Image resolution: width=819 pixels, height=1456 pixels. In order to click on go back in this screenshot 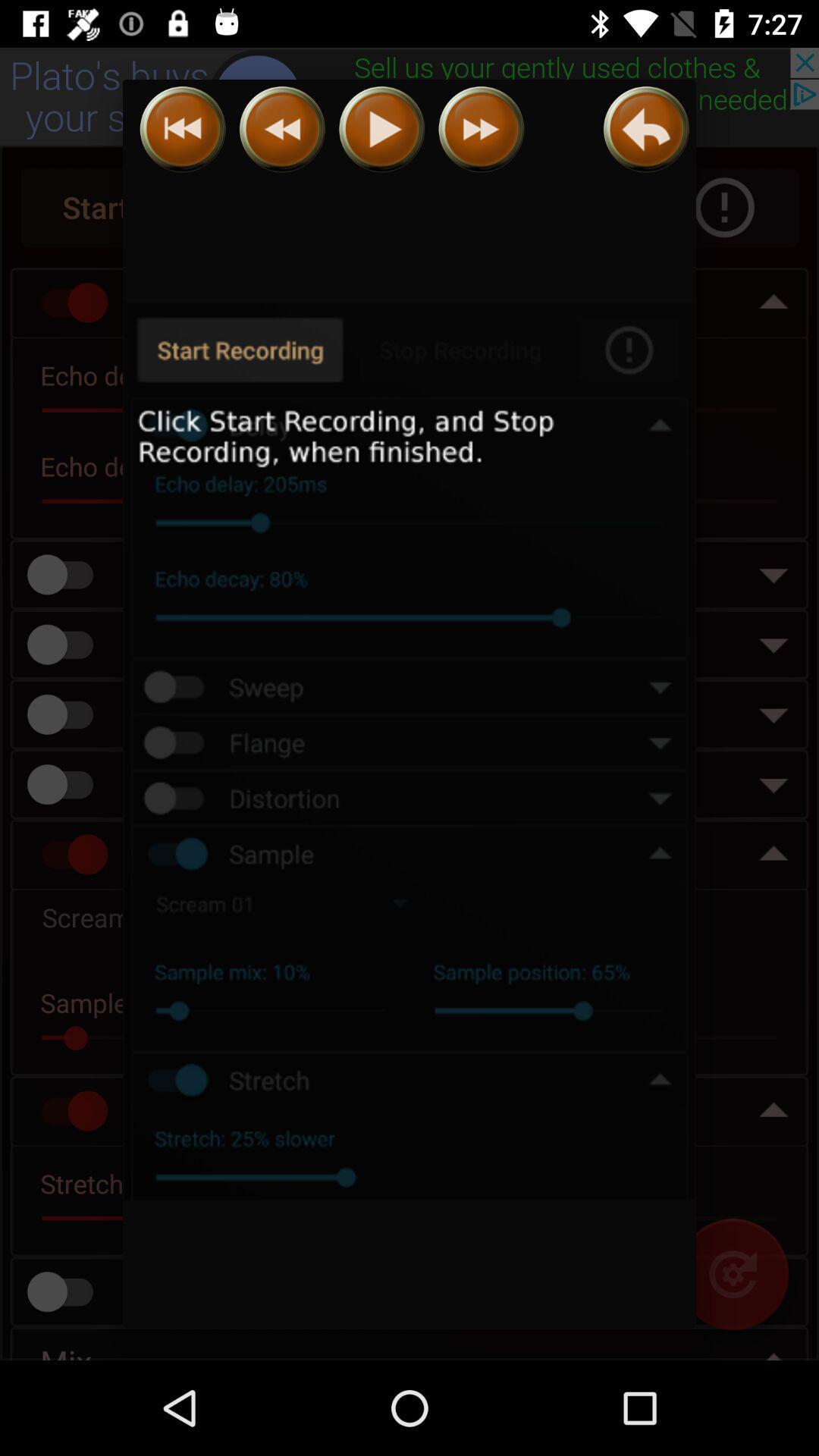, I will do `click(182, 129)`.